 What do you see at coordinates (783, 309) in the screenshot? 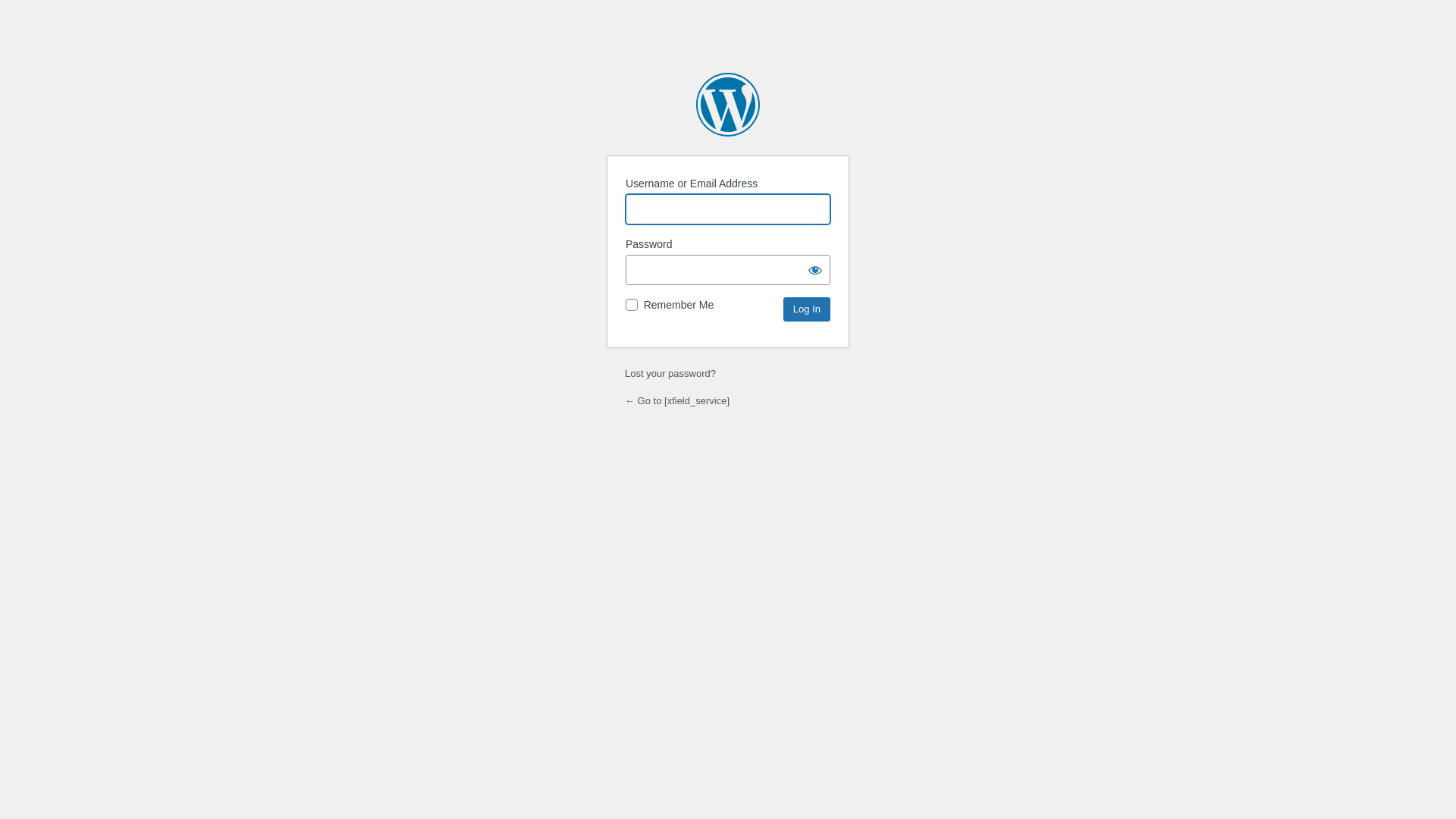
I see `'Log In'` at bounding box center [783, 309].